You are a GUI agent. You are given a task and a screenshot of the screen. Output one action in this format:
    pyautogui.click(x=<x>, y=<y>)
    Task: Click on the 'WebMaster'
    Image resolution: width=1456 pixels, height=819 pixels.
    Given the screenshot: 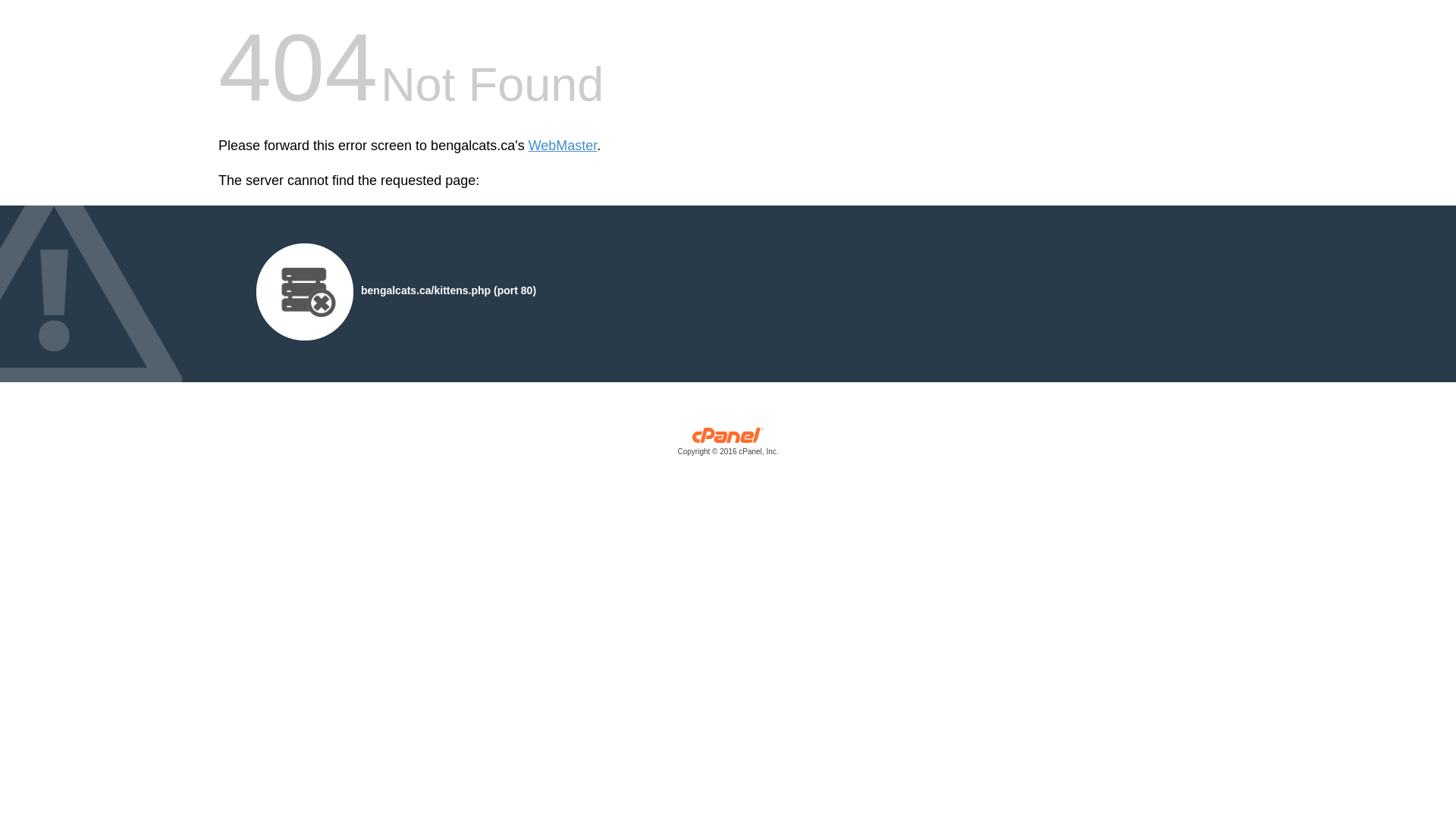 What is the action you would take?
    pyautogui.click(x=528, y=146)
    